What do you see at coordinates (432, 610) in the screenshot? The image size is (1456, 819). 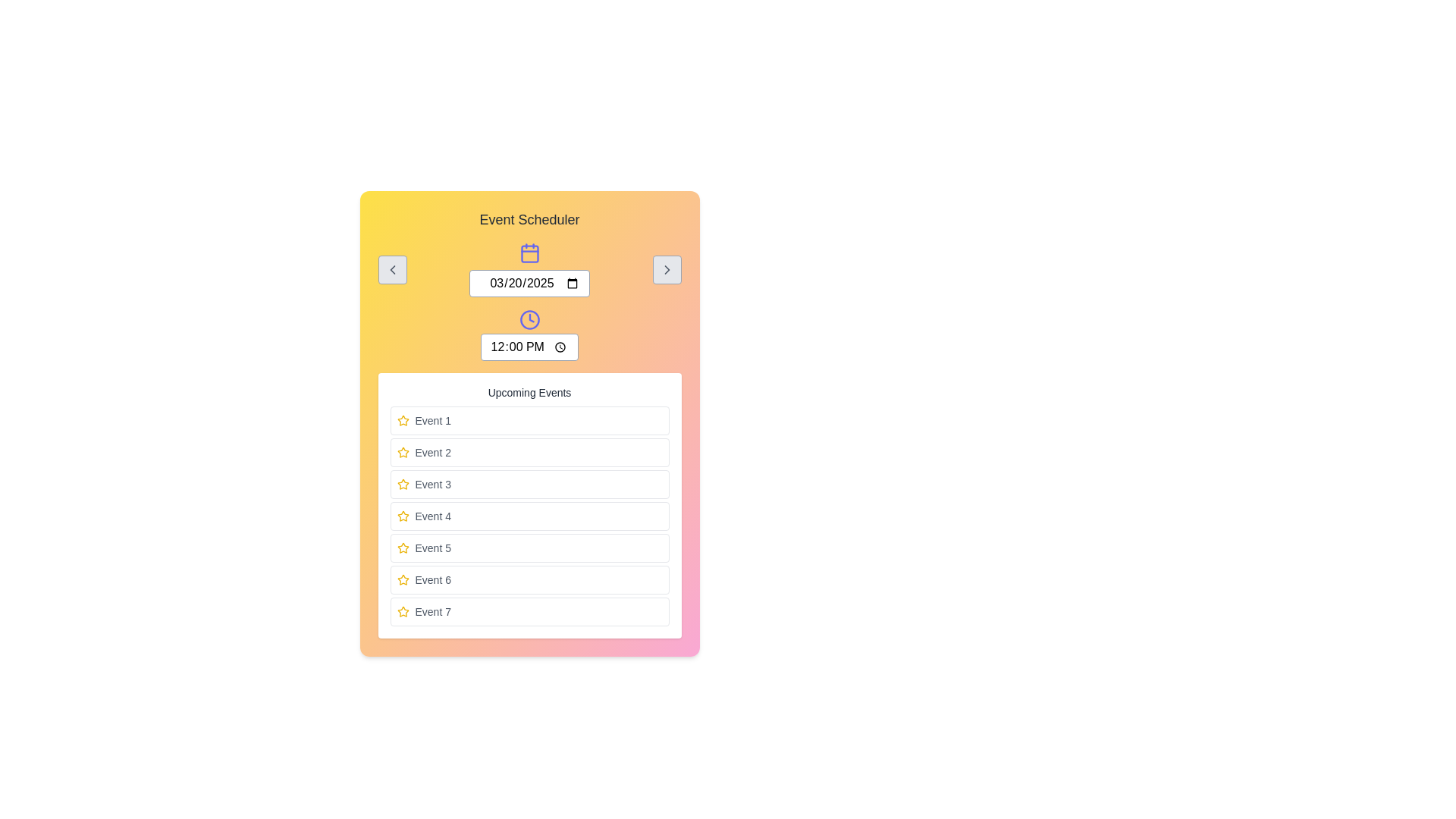 I see `the text label that represents the title or description of the last event in the event list, which is adjacent to a yellow star icon` at bounding box center [432, 610].